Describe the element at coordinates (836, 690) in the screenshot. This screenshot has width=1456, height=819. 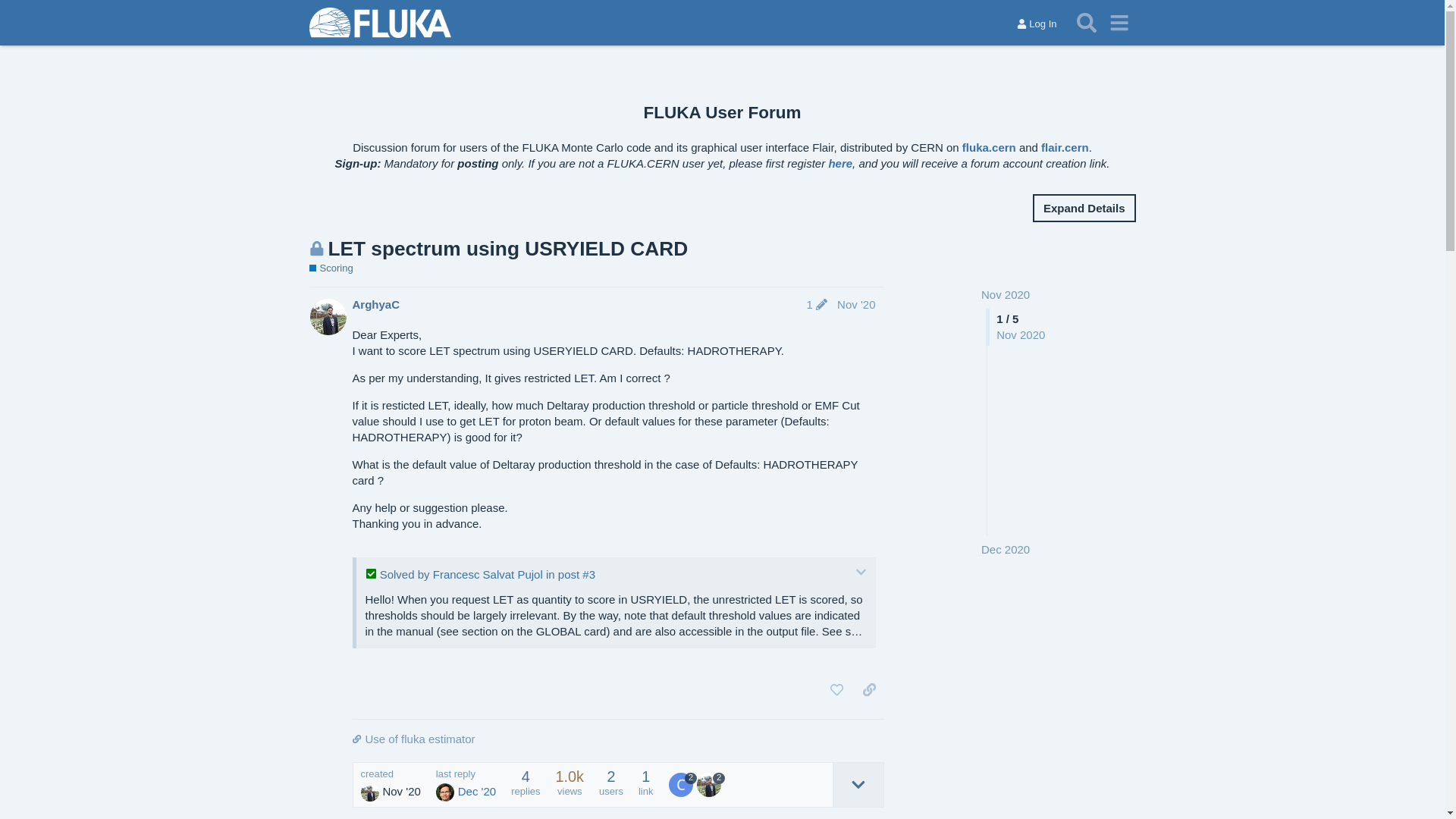
I see `'like this post'` at that location.